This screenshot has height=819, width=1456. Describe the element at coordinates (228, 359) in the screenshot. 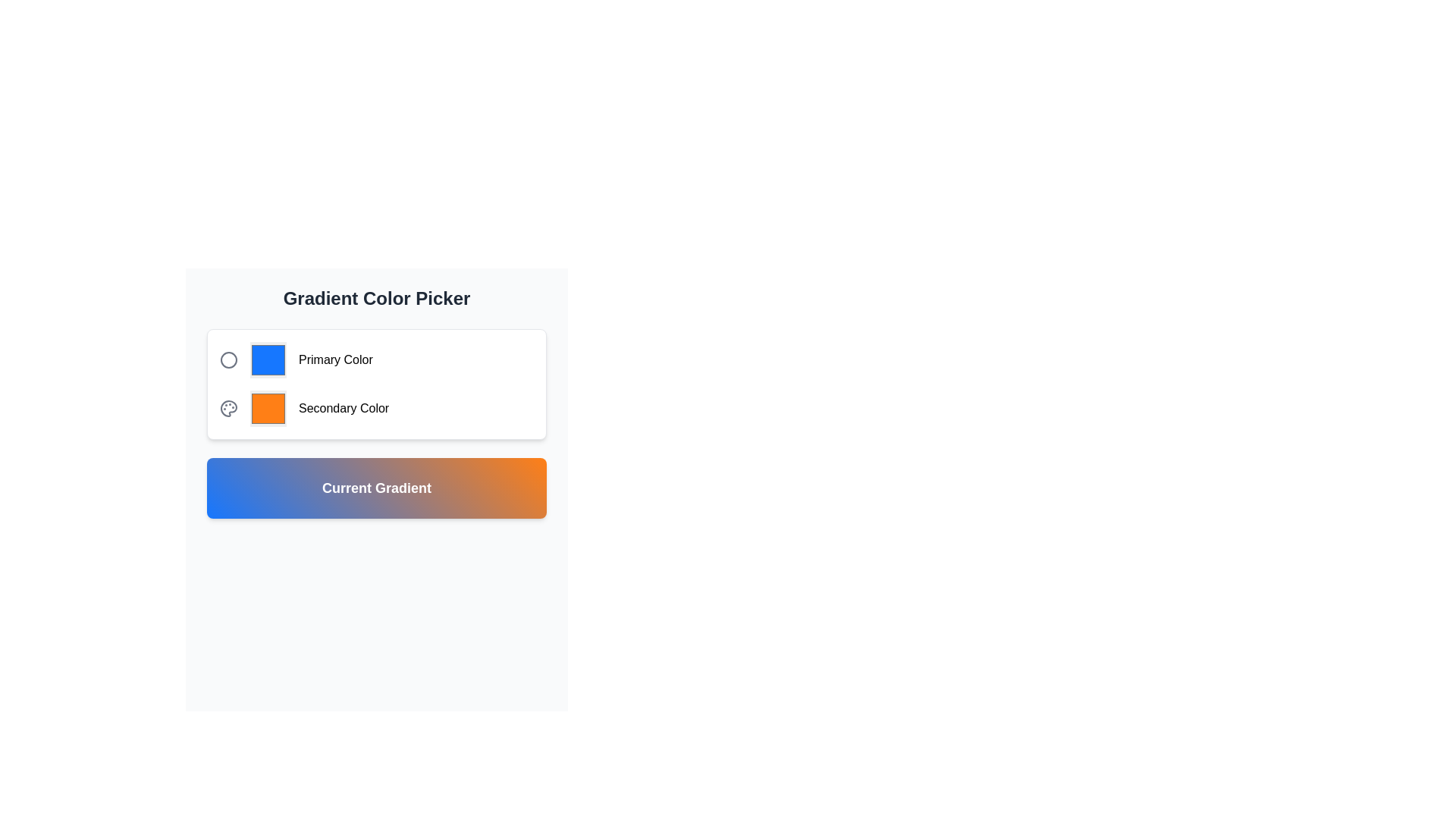

I see `the decorative icon representing the 'Primary Color' option in the gradient color picker interface, located adjacent to the blue color preview box` at that location.